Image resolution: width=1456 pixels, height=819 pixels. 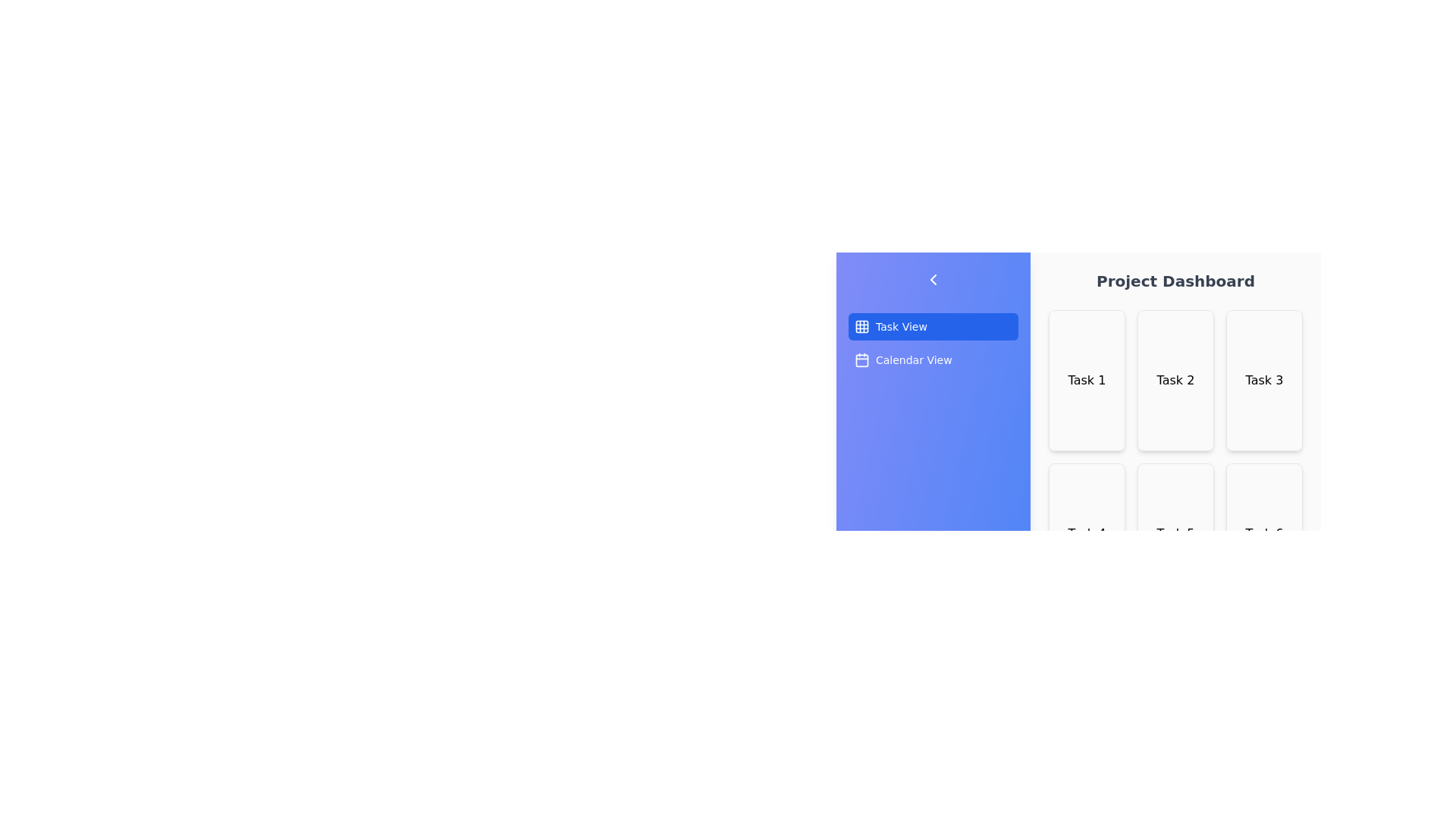 What do you see at coordinates (932, 326) in the screenshot?
I see `the 'Task View' button to switch the view` at bounding box center [932, 326].